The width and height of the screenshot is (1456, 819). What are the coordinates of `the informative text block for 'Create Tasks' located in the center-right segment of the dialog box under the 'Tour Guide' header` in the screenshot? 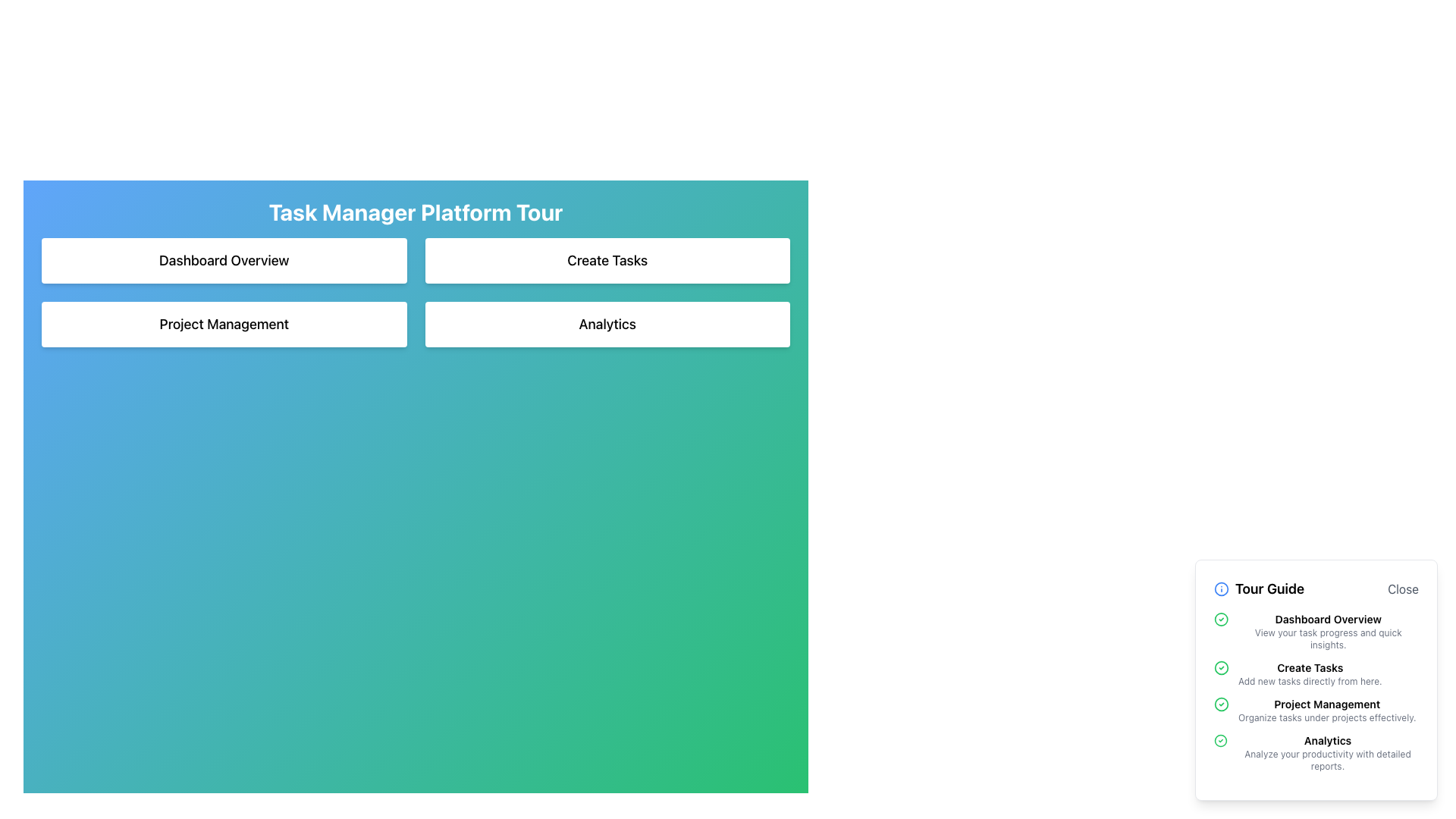 It's located at (1316, 673).